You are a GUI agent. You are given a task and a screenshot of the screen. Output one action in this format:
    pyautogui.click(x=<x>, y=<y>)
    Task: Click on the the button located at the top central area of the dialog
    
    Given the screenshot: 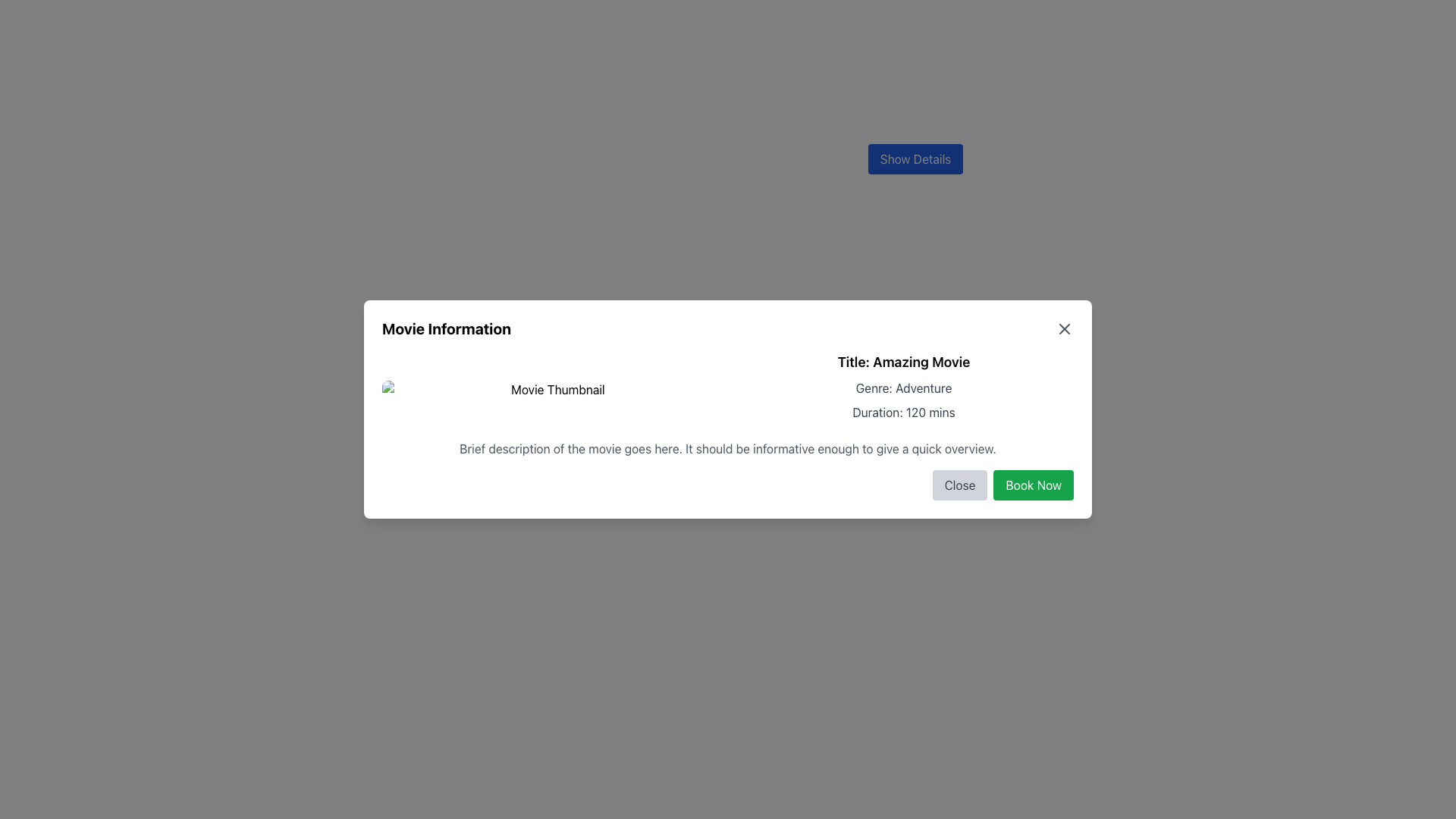 What is the action you would take?
    pyautogui.click(x=915, y=158)
    